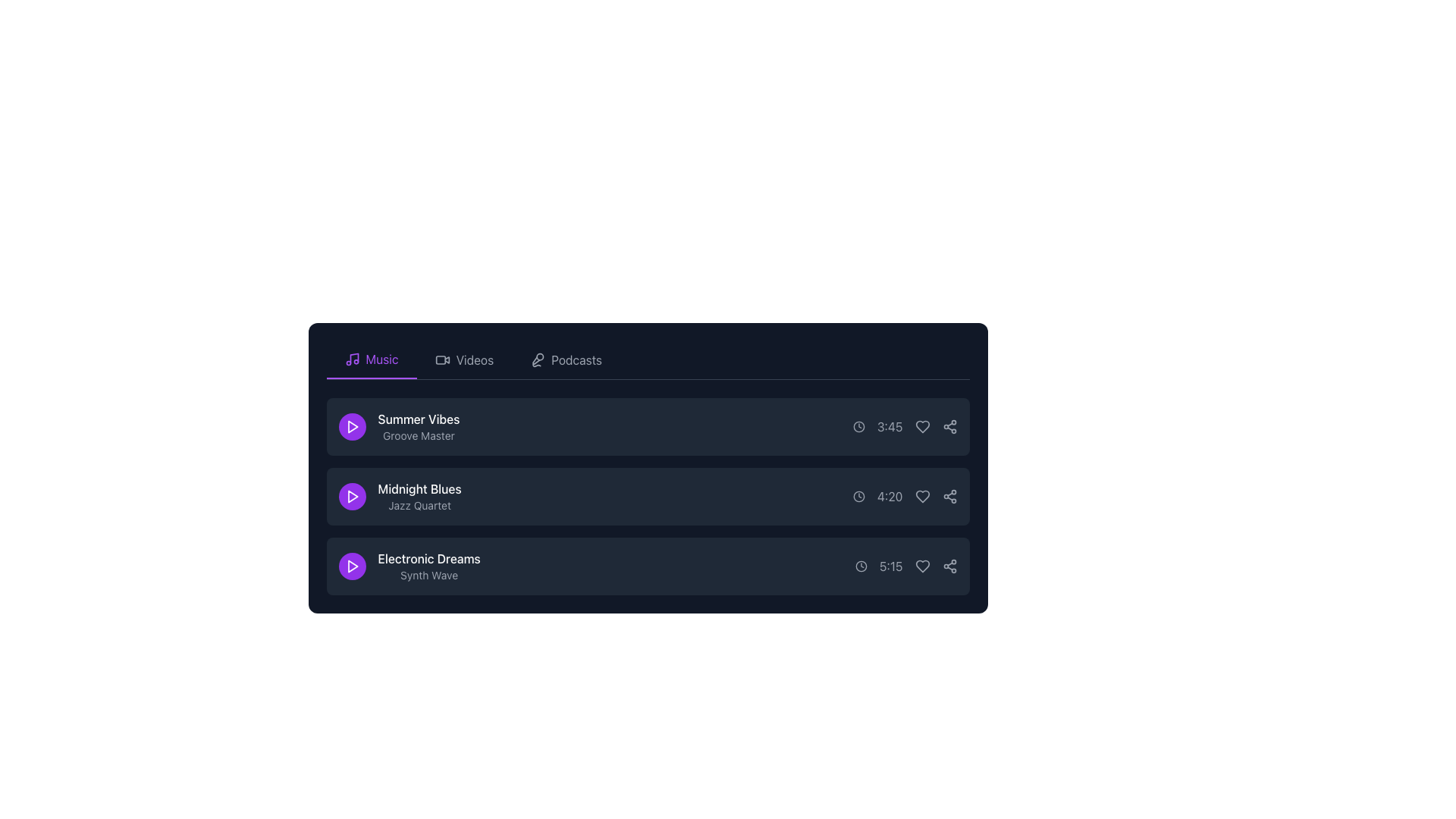 This screenshot has height=819, width=1456. What do you see at coordinates (565, 359) in the screenshot?
I see `the 'Podcasts' button, which features a microphone icon and is located as the third item in a dark-themed horizontal toolbar` at bounding box center [565, 359].